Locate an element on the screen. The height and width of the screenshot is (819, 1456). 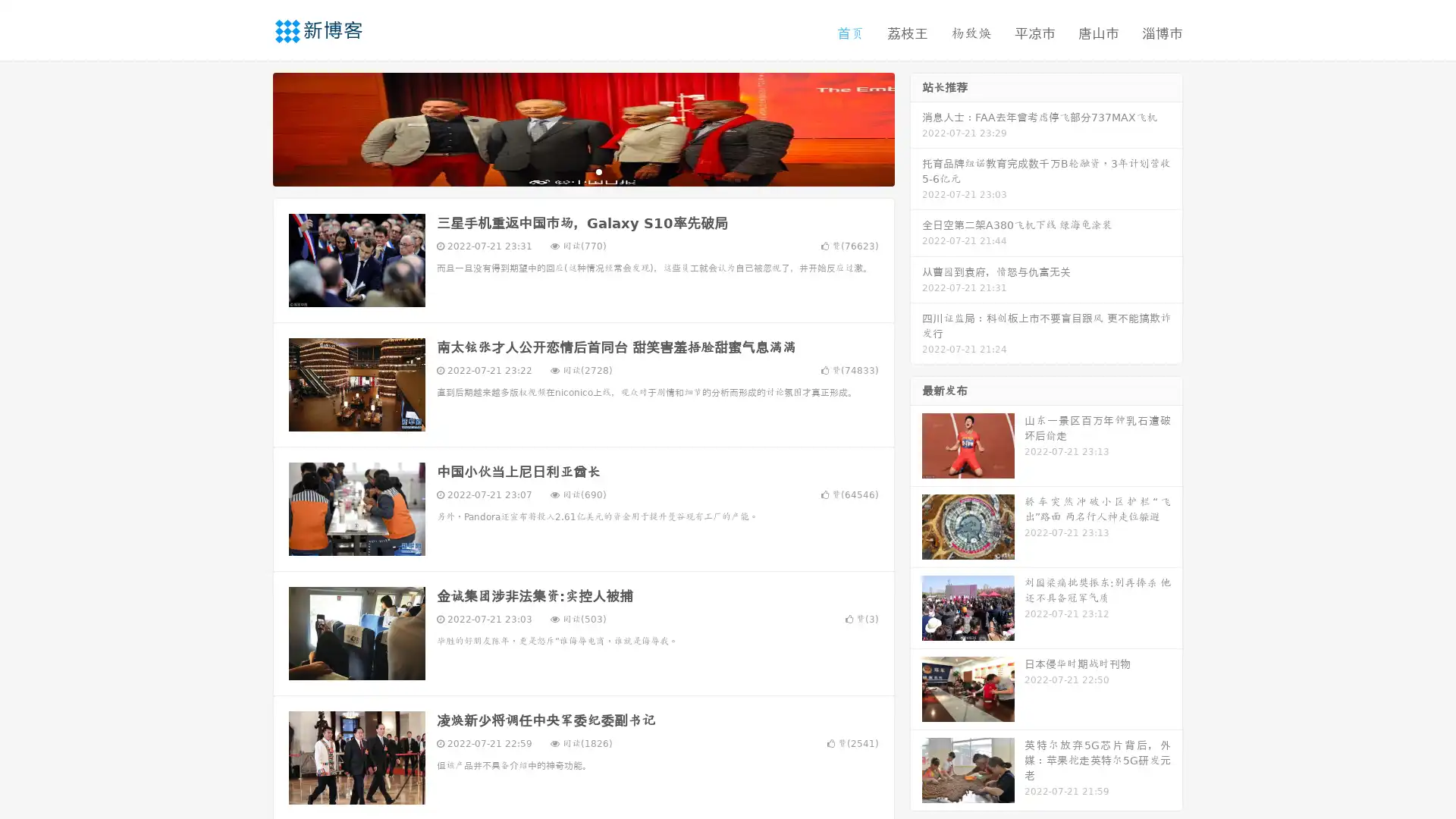
Previous slide is located at coordinates (250, 127).